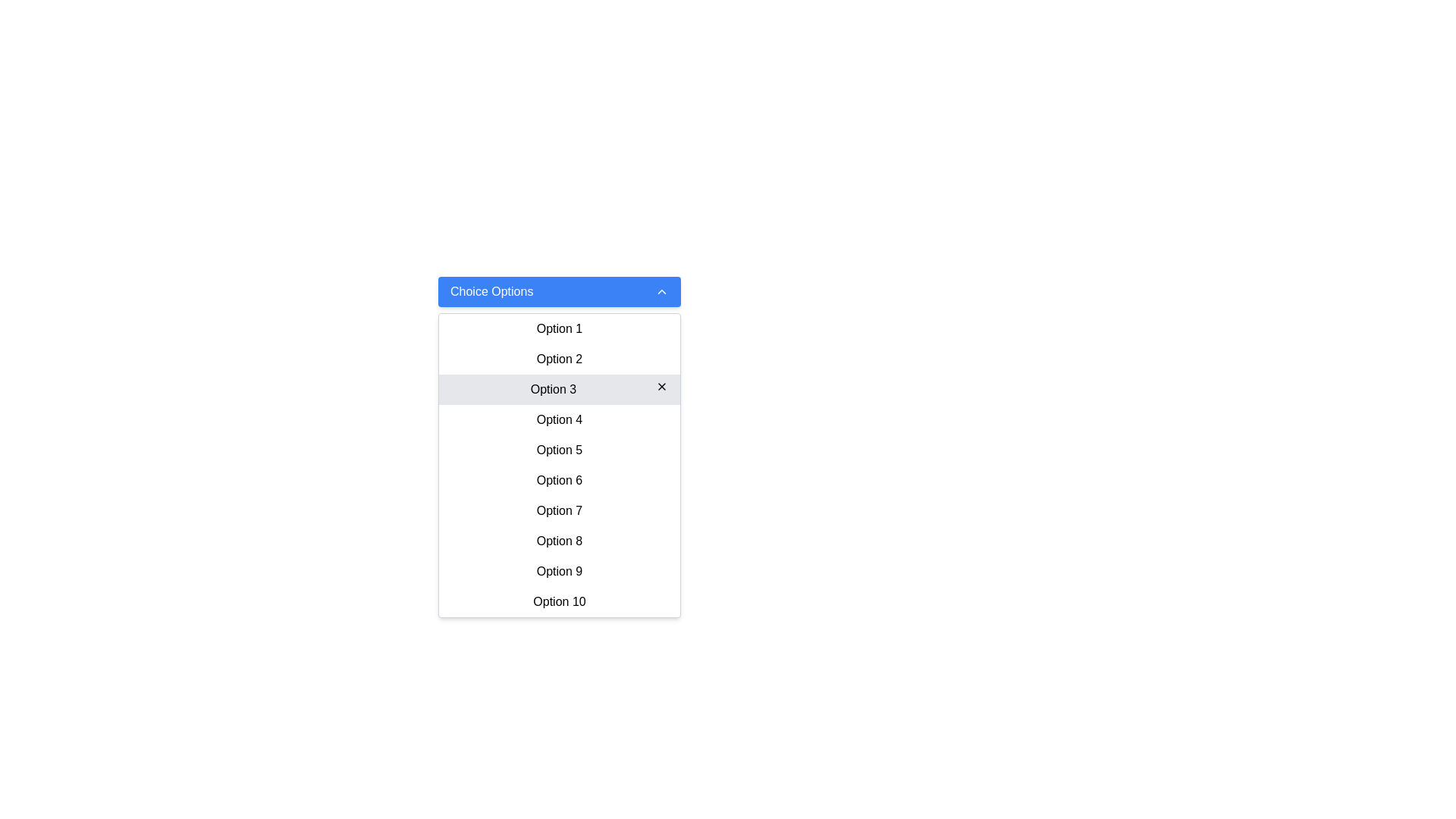 Image resolution: width=1456 pixels, height=819 pixels. What do you see at coordinates (559, 328) in the screenshot?
I see `the Dropdown menu option labeled 'Option 1', which is the first item in a vertically-stacked dropdown menu located below the blue header 'Choice Options'` at bounding box center [559, 328].